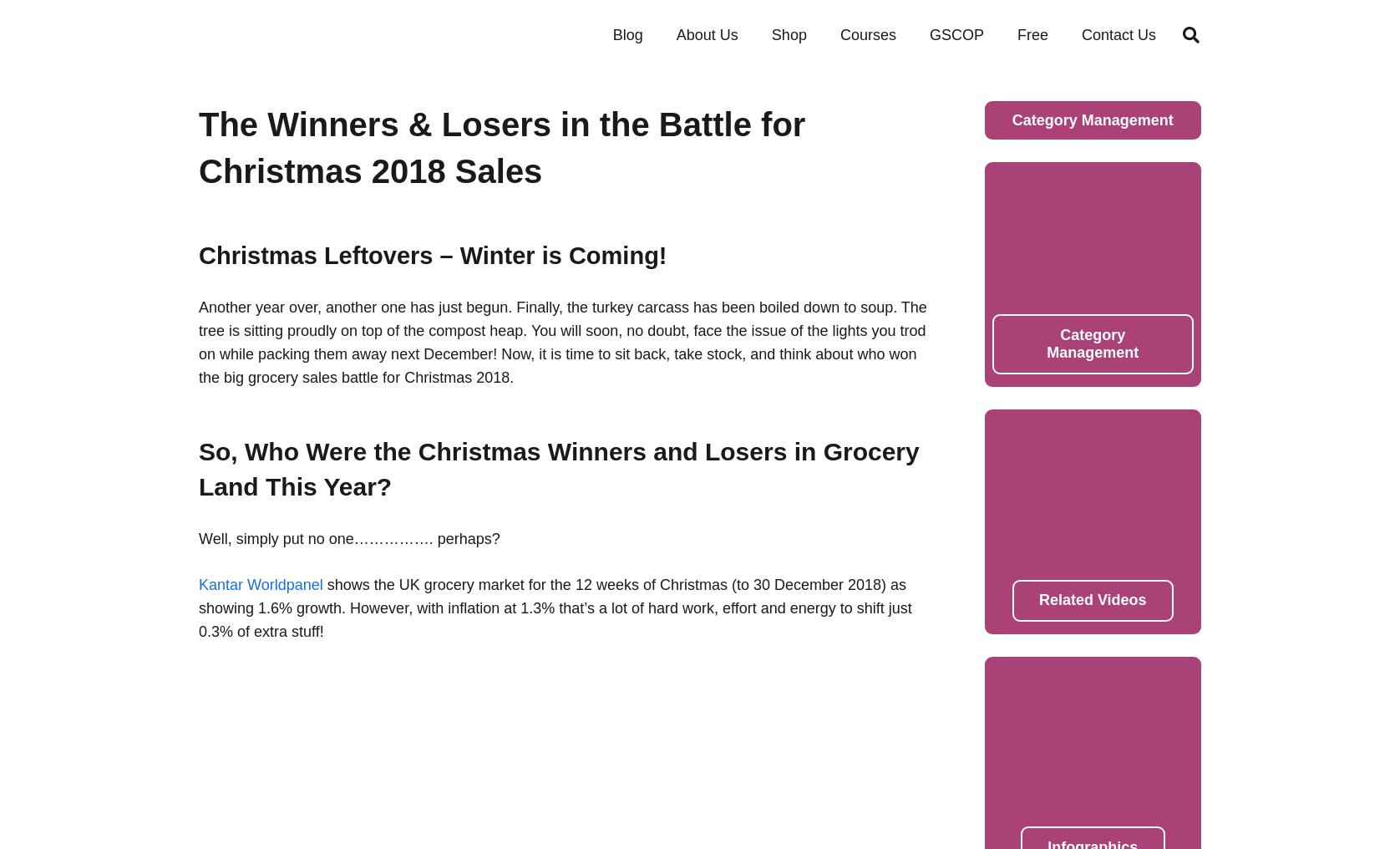 This screenshot has width=1400, height=849. What do you see at coordinates (626, 33) in the screenshot?
I see `'Blog'` at bounding box center [626, 33].